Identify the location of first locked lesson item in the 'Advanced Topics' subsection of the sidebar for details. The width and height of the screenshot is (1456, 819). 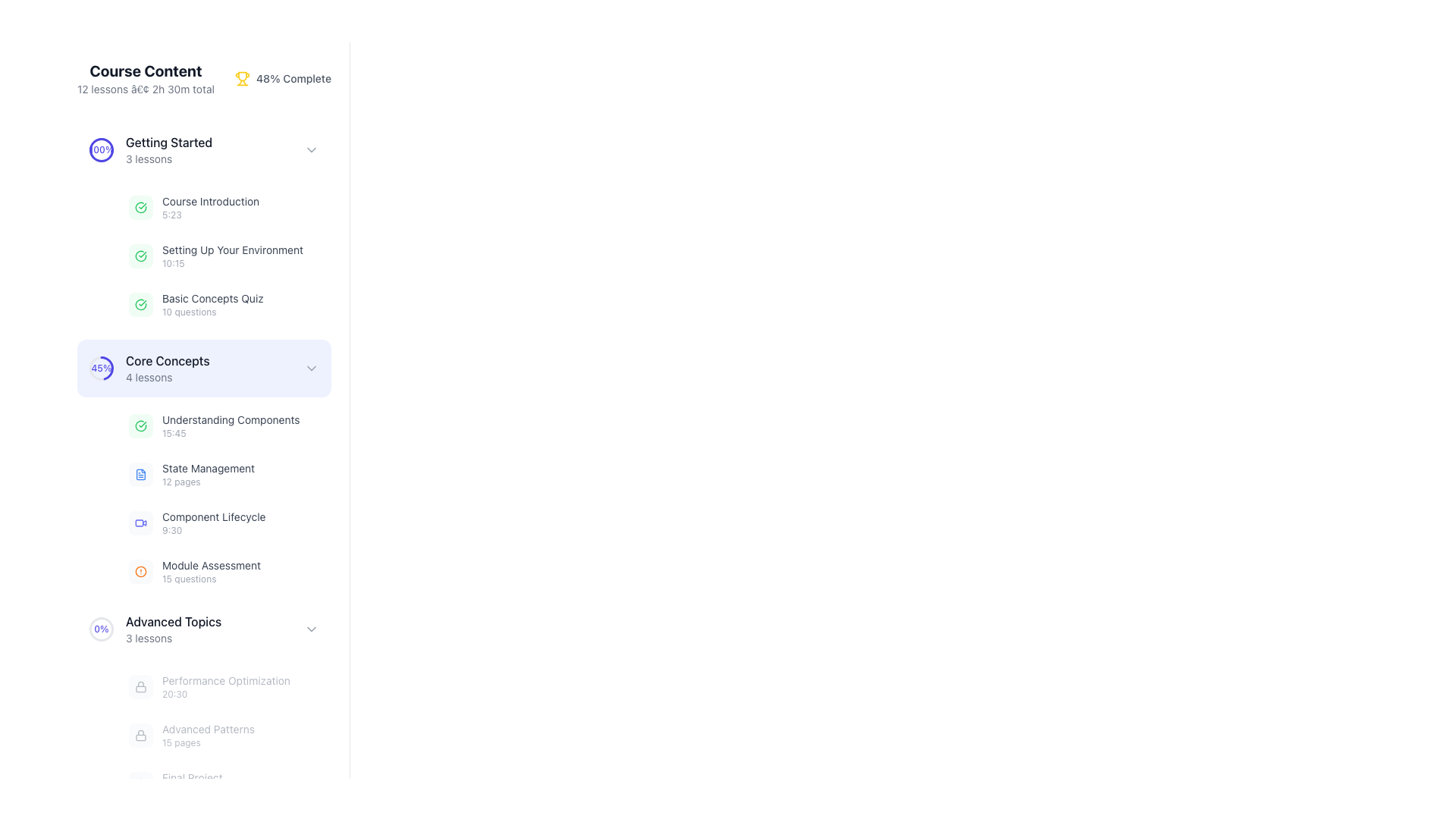
(203, 704).